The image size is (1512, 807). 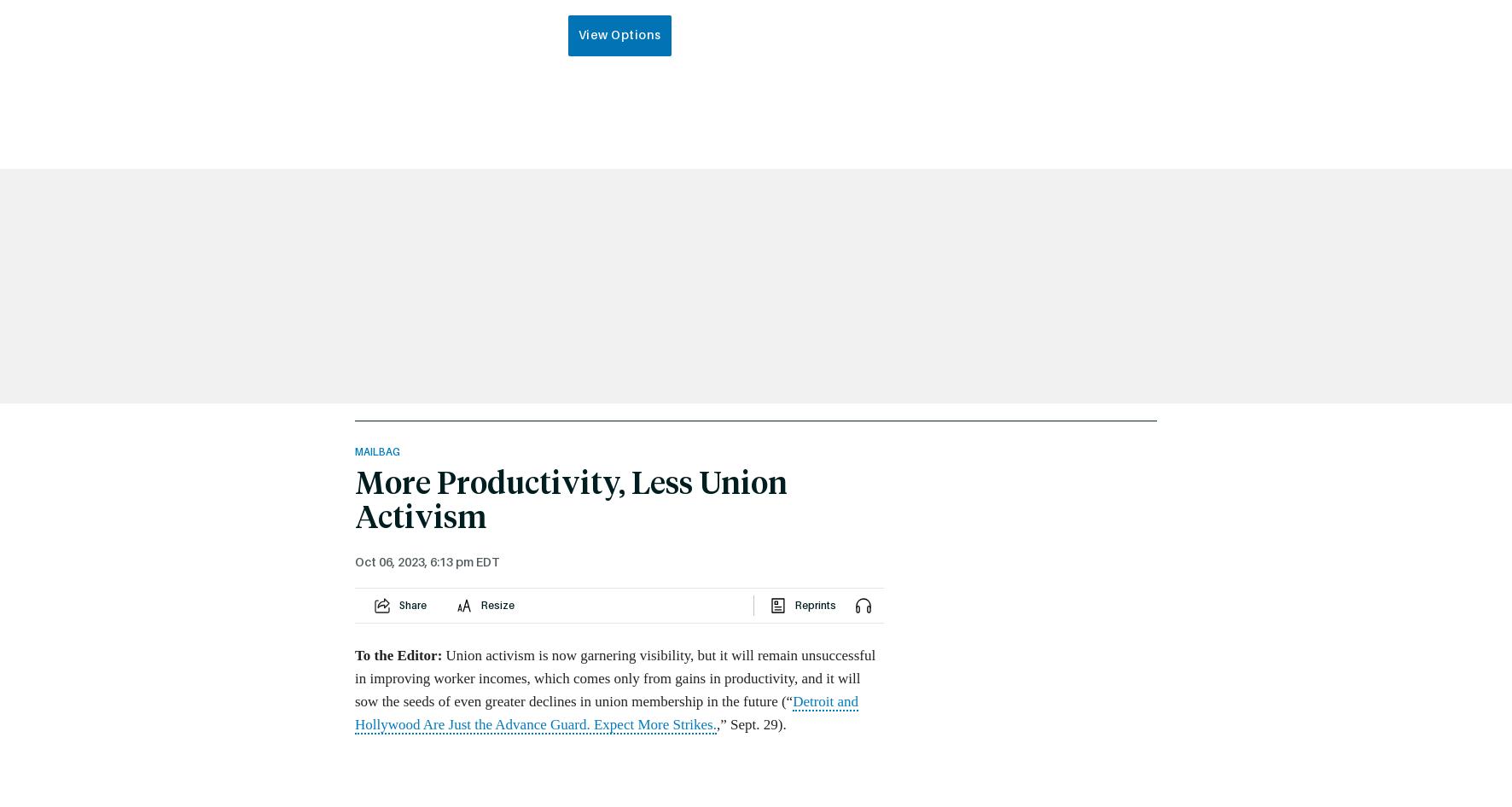 I want to click on 'To the Editor:', so click(x=355, y=653).